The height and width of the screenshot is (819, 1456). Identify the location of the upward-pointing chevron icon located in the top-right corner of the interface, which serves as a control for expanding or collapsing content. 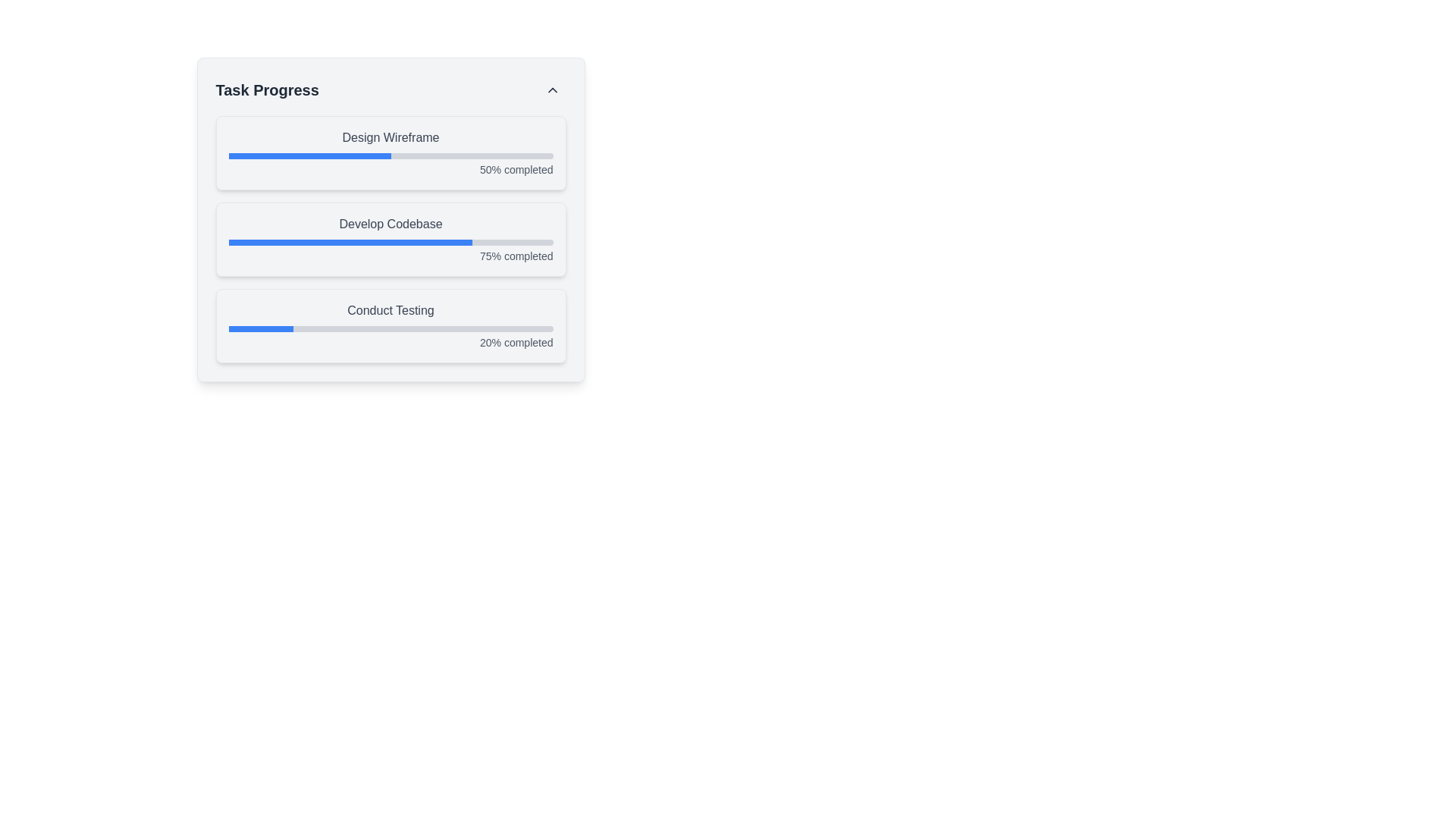
(551, 90).